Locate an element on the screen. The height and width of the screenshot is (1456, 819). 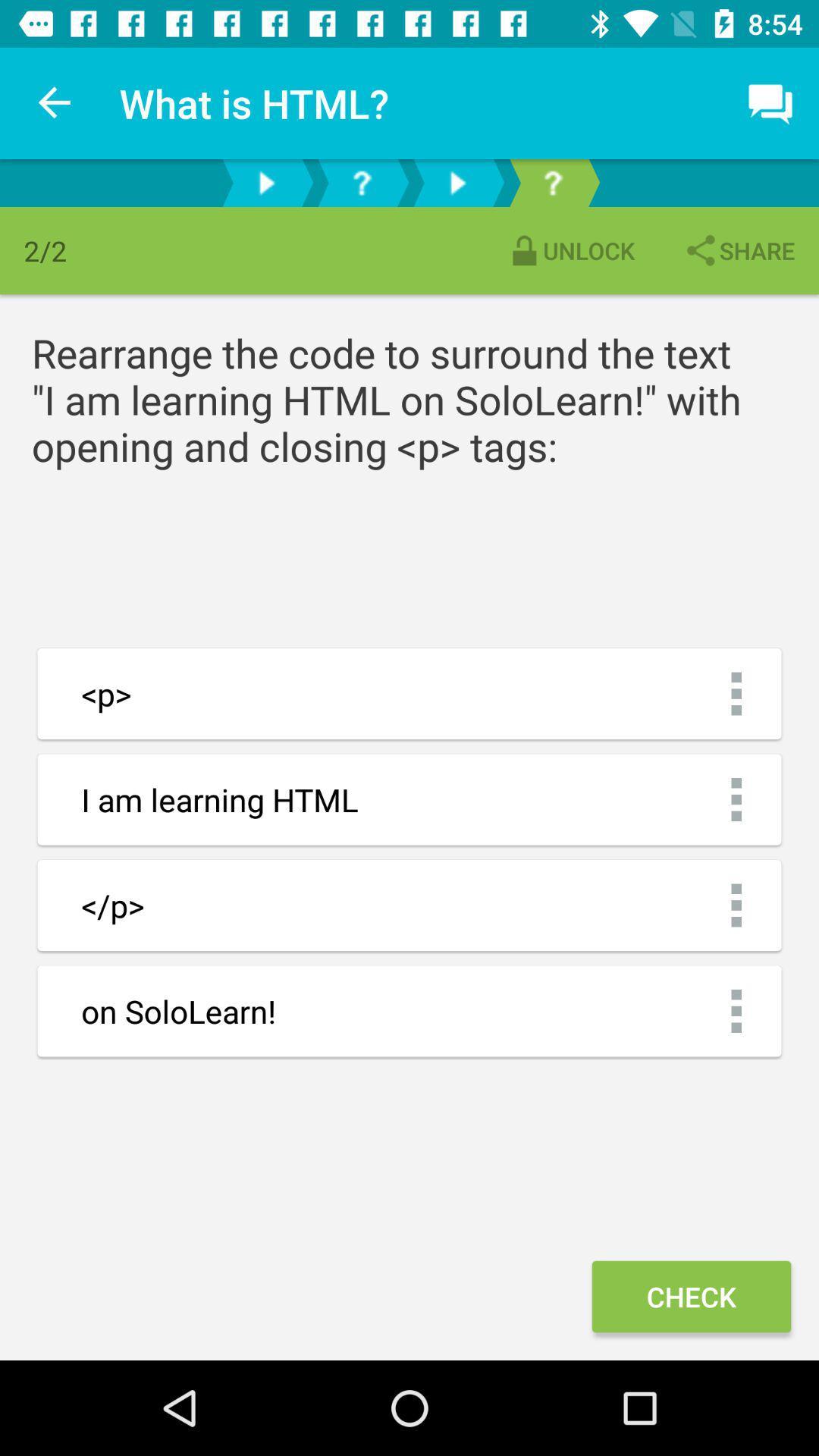
see next page is located at coordinates (265, 182).